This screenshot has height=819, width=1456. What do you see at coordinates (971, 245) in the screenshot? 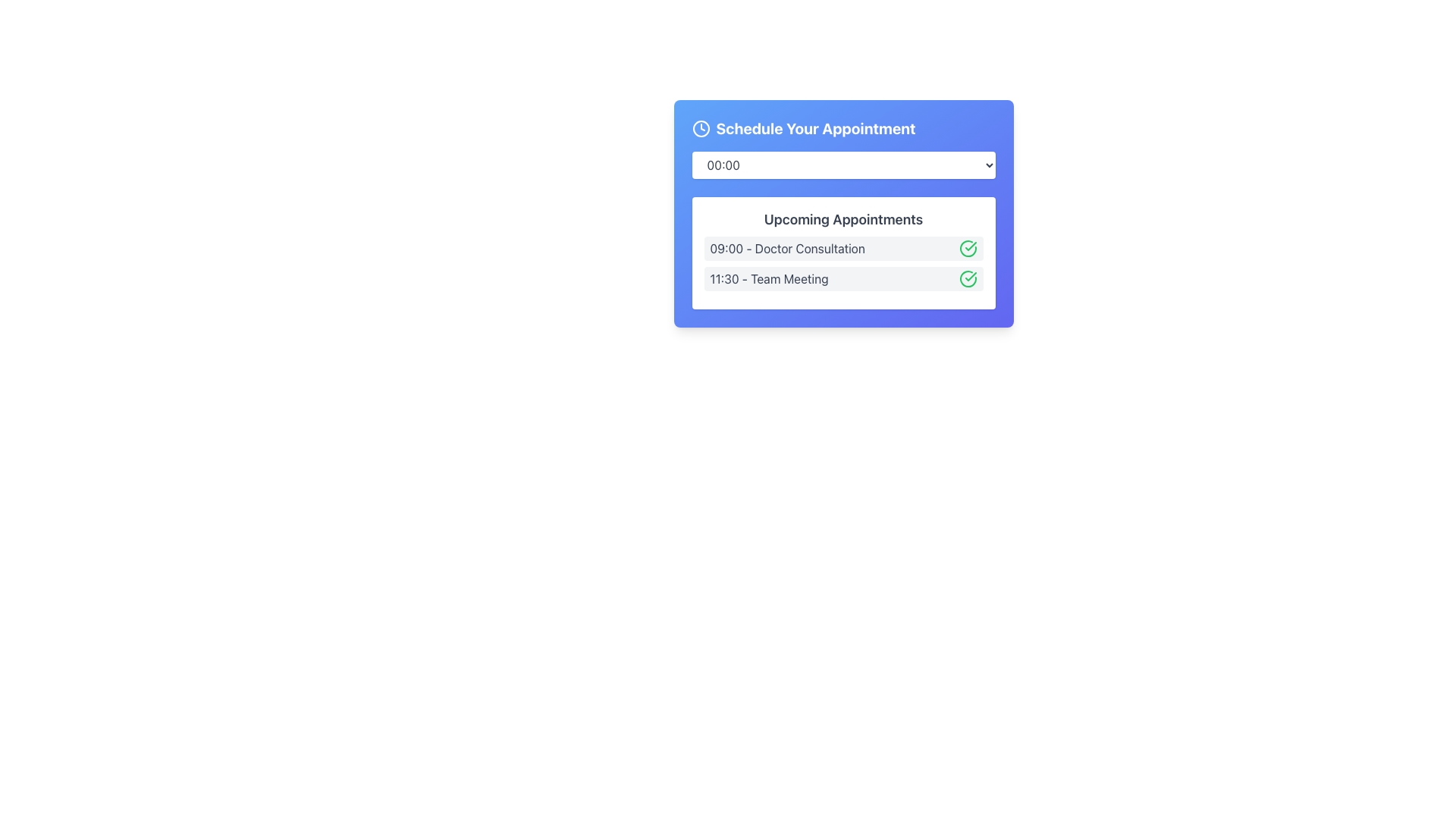
I see `the confirmation icon for the appointment at 11:30 in the 'Upcoming Appointments' list, which indicates that the appointment is confirmed or completed` at bounding box center [971, 245].